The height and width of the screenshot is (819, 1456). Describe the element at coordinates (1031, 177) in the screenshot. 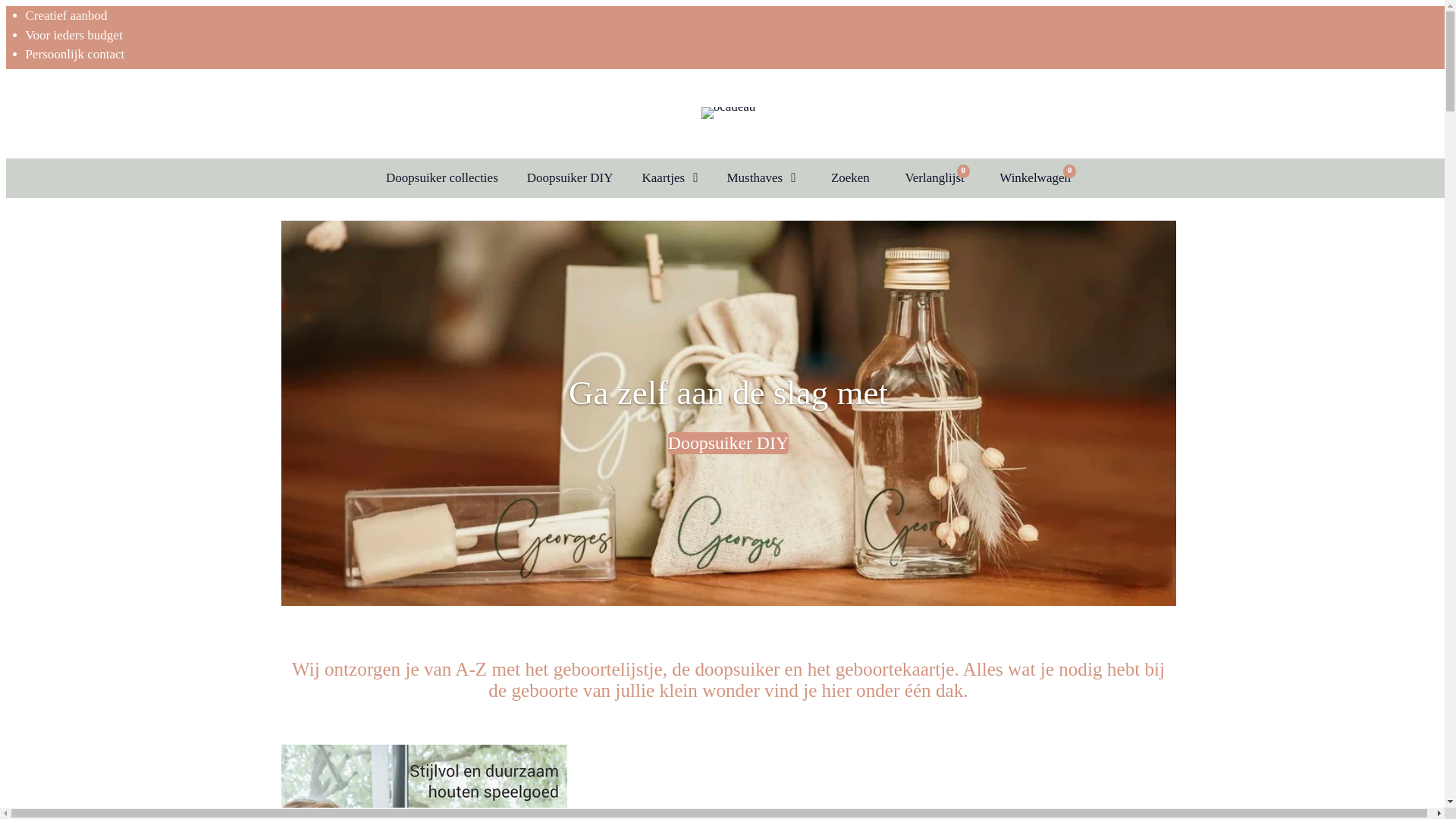

I see `'0` at that location.